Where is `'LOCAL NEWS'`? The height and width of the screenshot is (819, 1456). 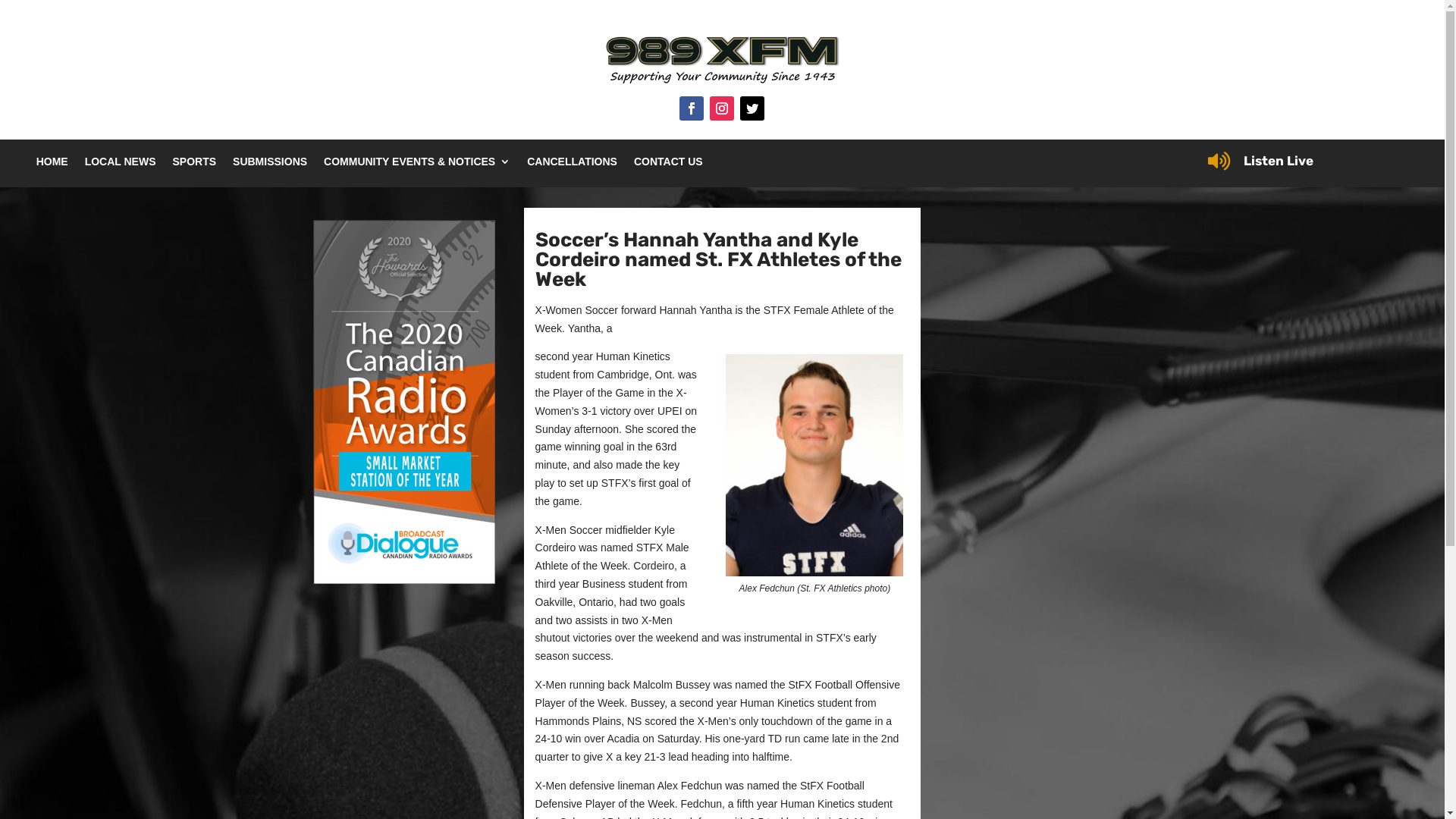
'LOCAL NEWS' is located at coordinates (119, 164).